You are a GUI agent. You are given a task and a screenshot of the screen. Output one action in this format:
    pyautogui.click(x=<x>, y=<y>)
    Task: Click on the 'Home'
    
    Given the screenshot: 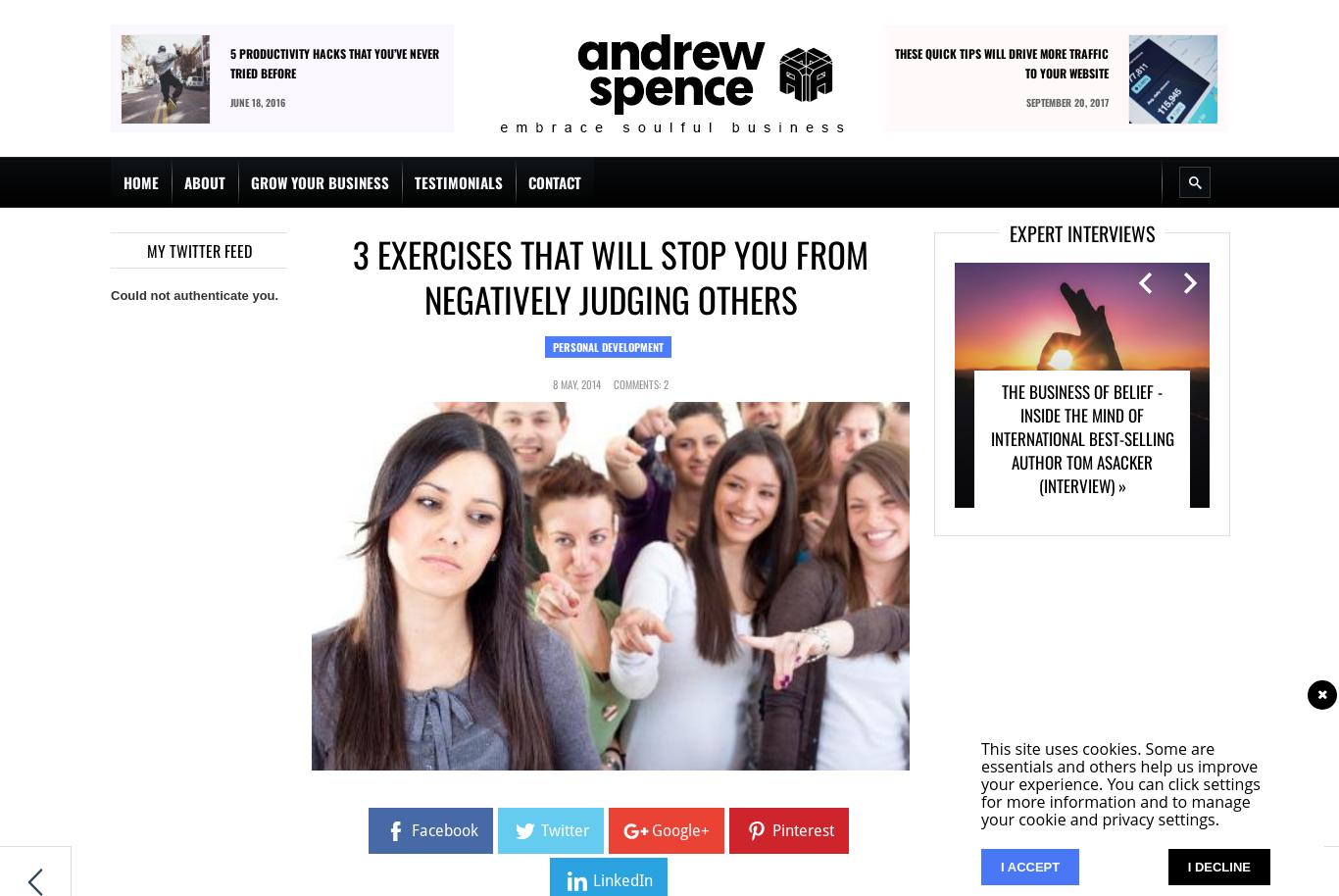 What is the action you would take?
    pyautogui.click(x=139, y=181)
    